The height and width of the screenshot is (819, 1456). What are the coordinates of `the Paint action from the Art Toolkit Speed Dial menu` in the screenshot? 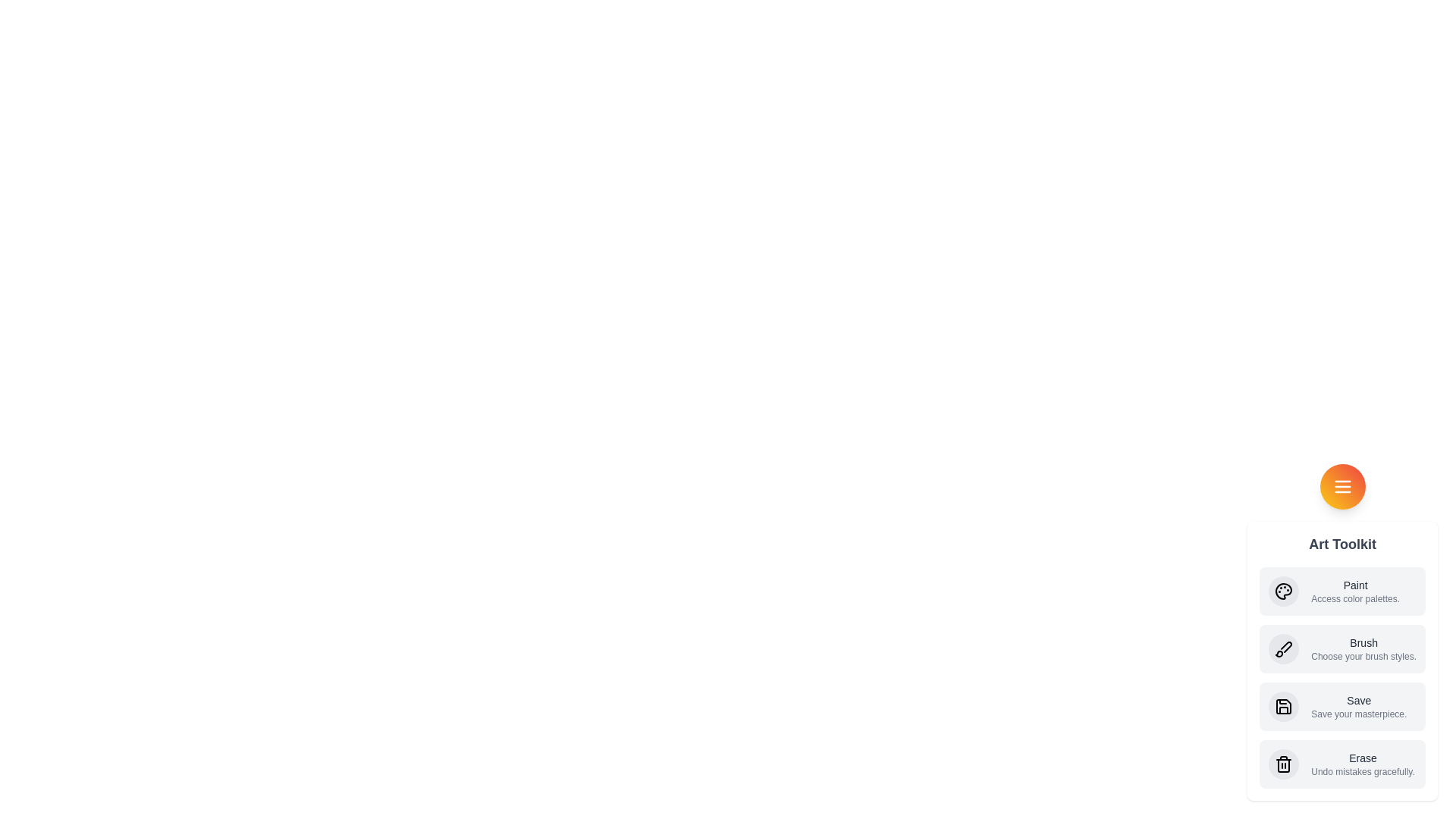 It's located at (1342, 590).